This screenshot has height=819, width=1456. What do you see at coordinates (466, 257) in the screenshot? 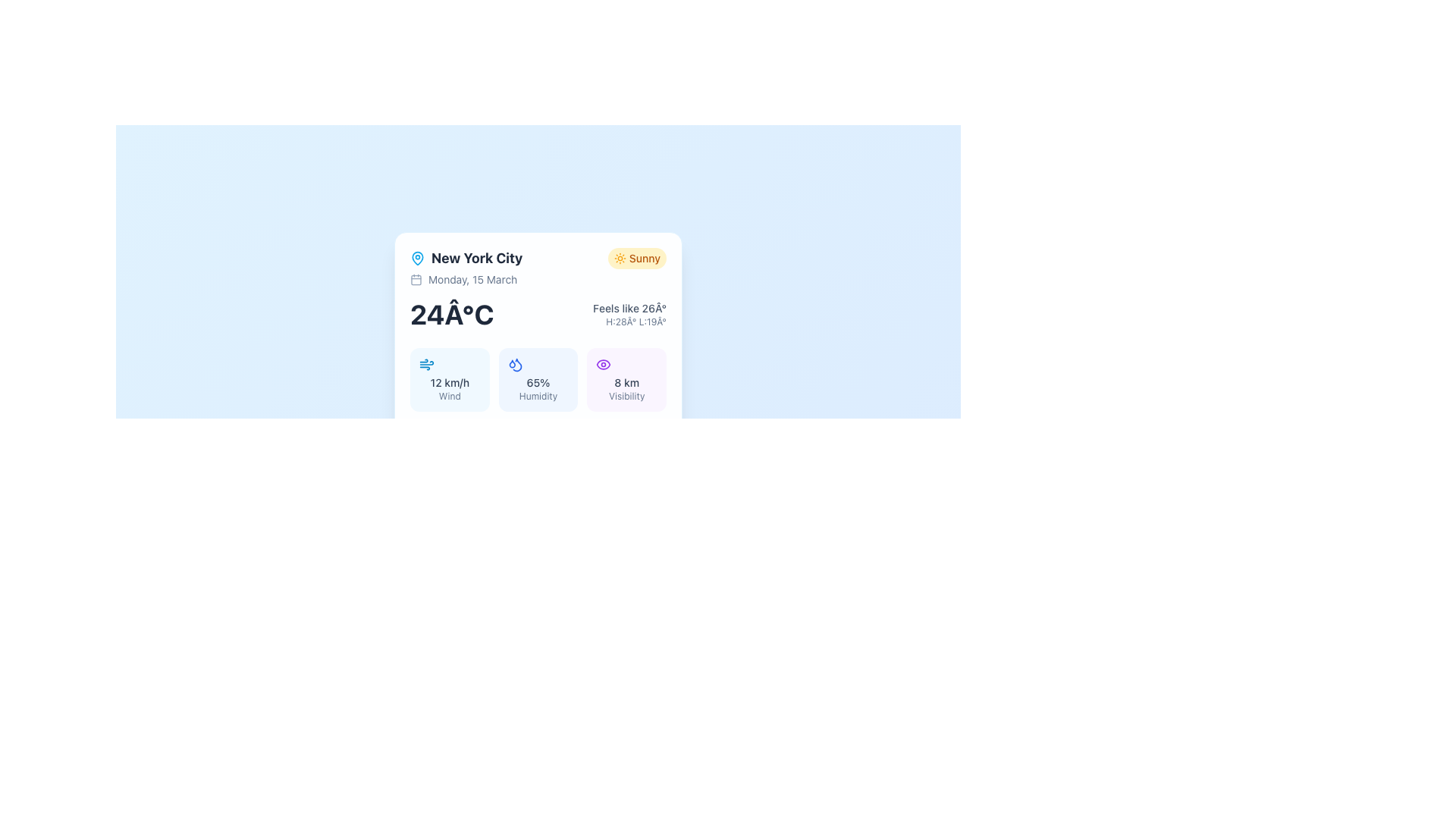
I see `the bold text label 'New York City' with a blue pin icon, which is positioned at the top of the weather information card` at bounding box center [466, 257].